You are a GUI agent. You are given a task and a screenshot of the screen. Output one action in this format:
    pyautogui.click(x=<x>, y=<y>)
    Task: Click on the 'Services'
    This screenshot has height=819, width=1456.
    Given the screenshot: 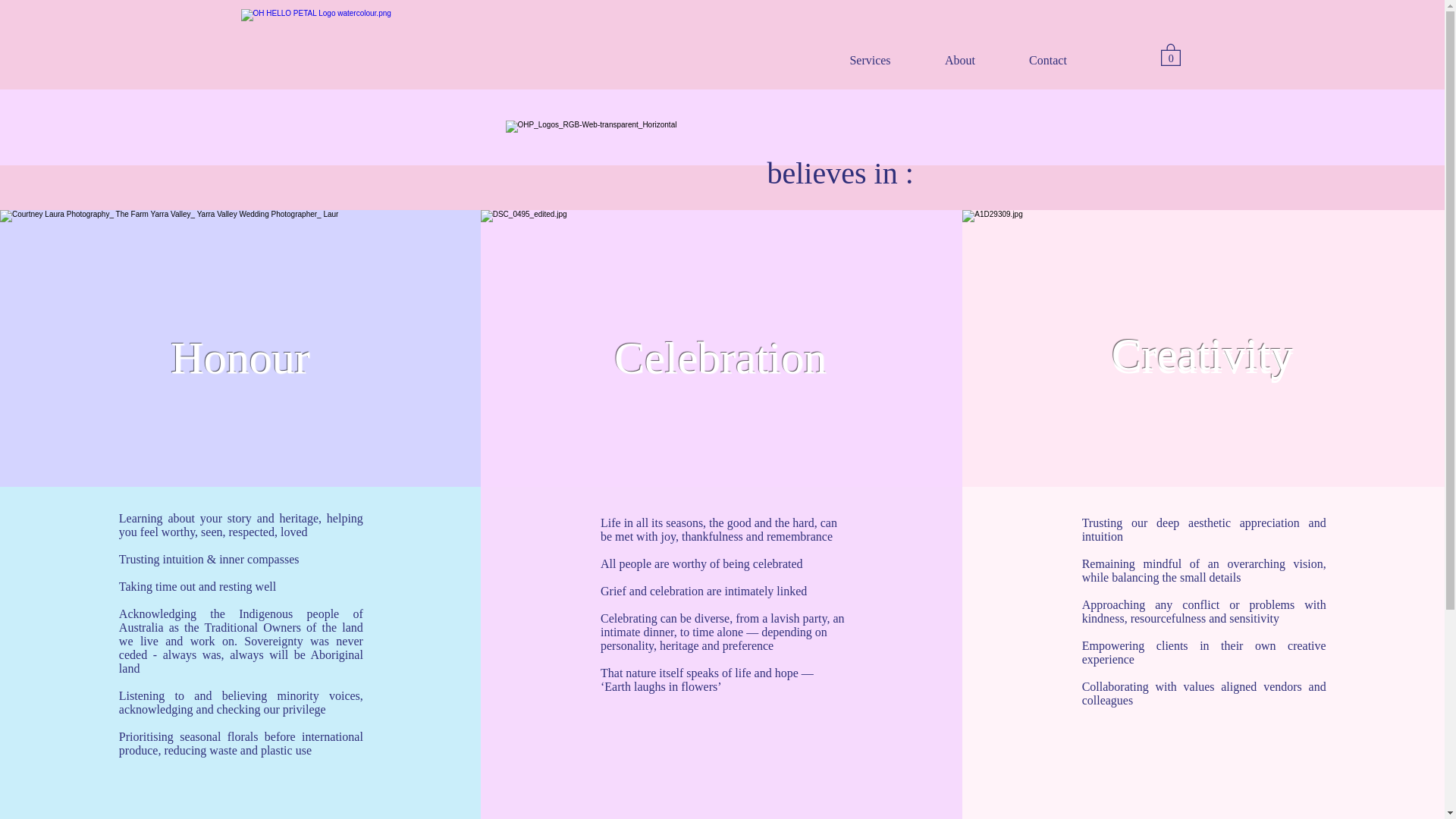 What is the action you would take?
    pyautogui.click(x=870, y=58)
    